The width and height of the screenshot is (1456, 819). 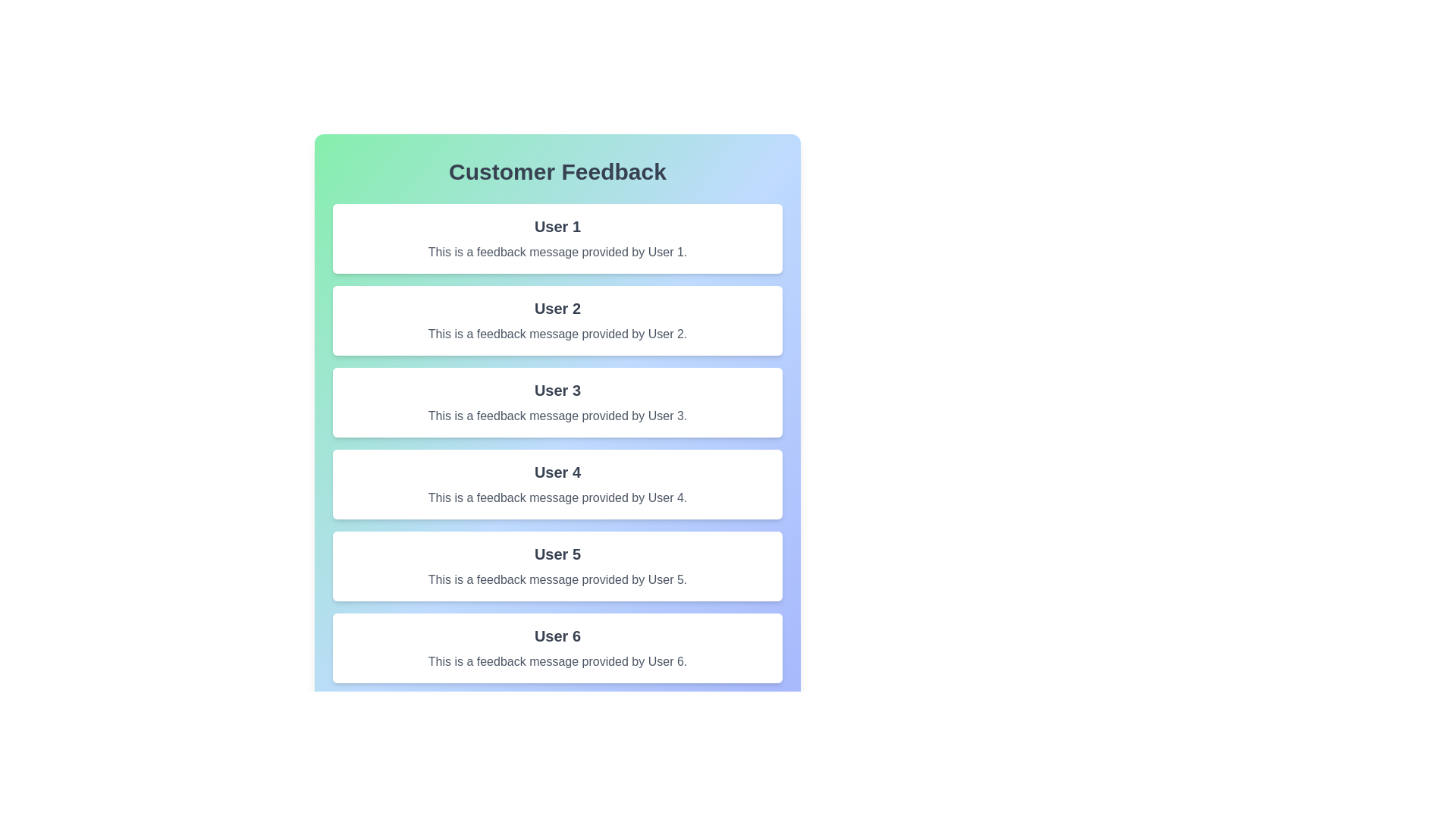 What do you see at coordinates (557, 333) in the screenshot?
I see `text content displayed in the feedback label for User 2, which is positioned within a card under the header 'User 2.'` at bounding box center [557, 333].